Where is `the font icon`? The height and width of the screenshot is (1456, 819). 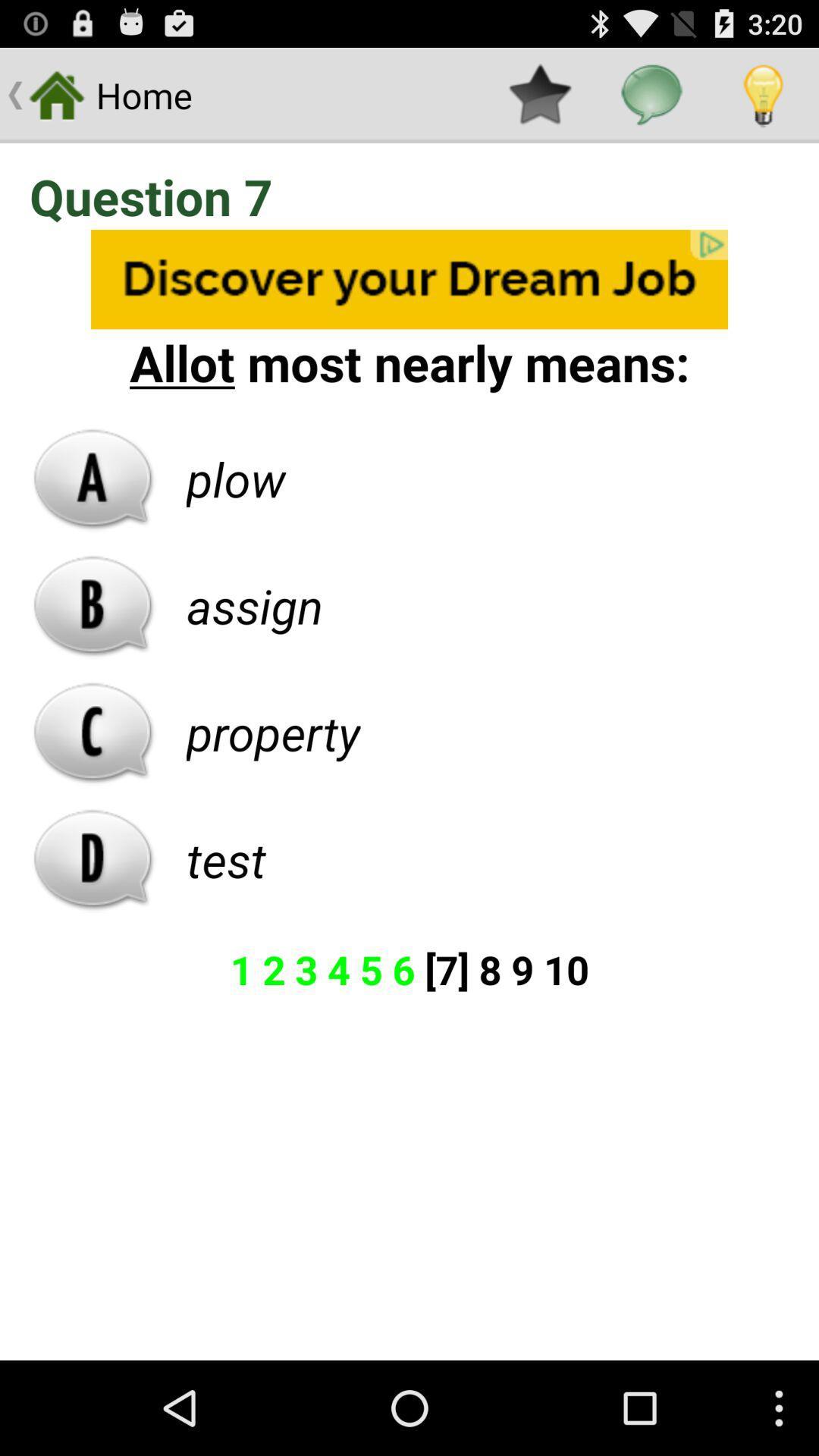
the font icon is located at coordinates (93, 513).